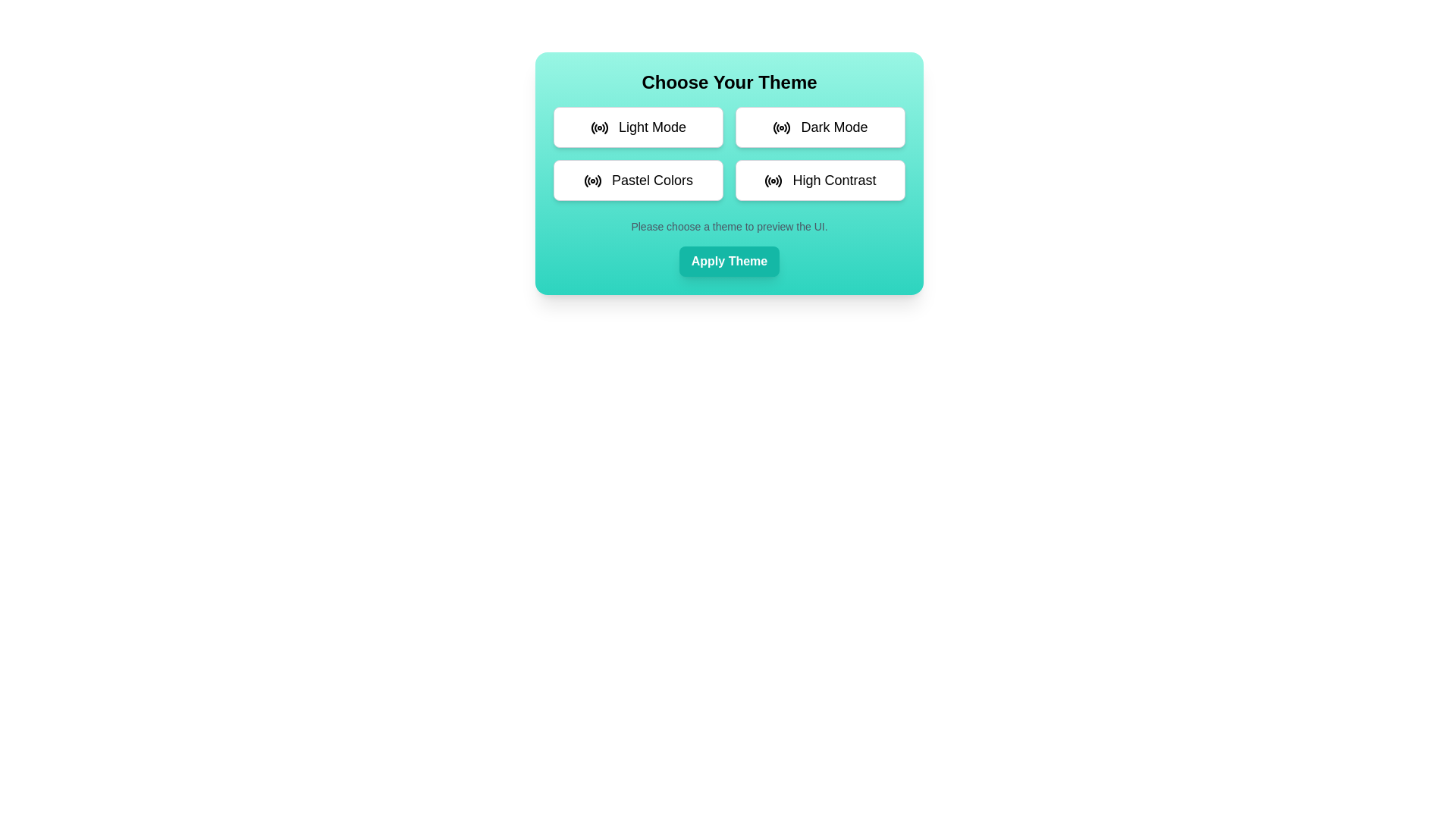 Image resolution: width=1456 pixels, height=819 pixels. Describe the element at coordinates (777, 180) in the screenshot. I see `the fourth arc of the radio icon representing the 'High Contrast' option in the theme selection panel` at that location.